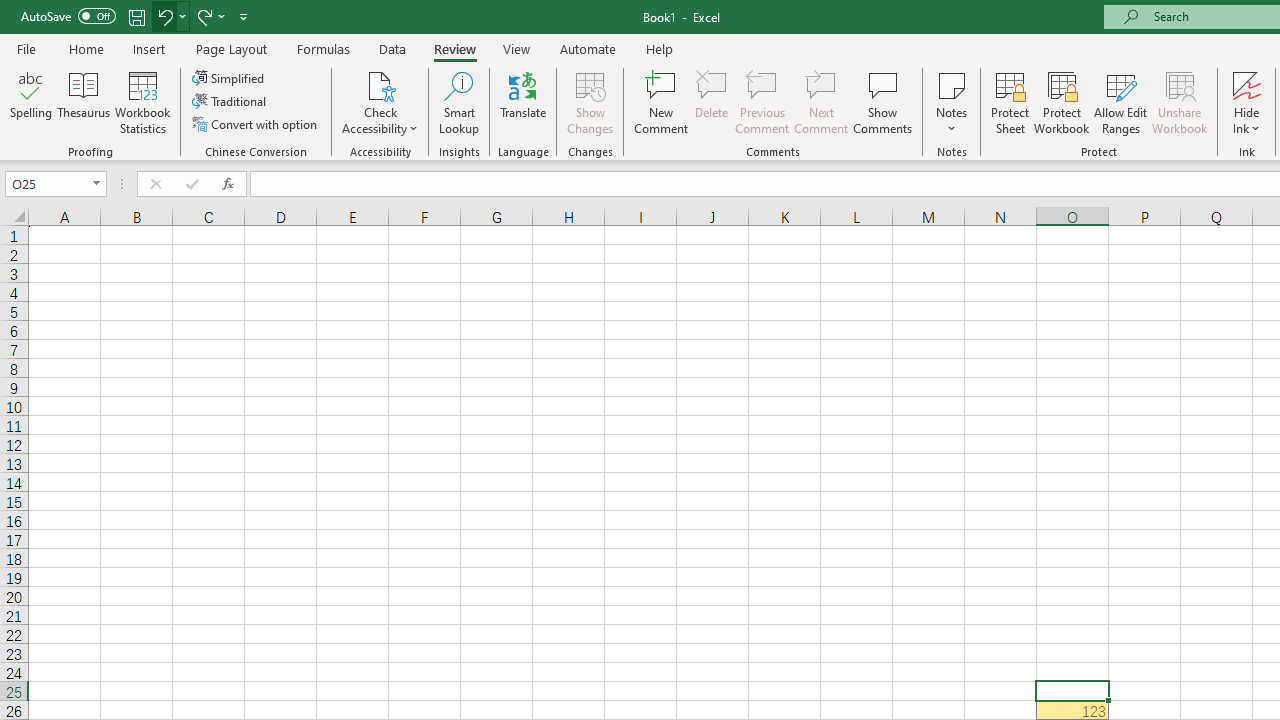 Image resolution: width=1280 pixels, height=720 pixels. What do you see at coordinates (255, 124) in the screenshot?
I see `'Convert with option'` at bounding box center [255, 124].